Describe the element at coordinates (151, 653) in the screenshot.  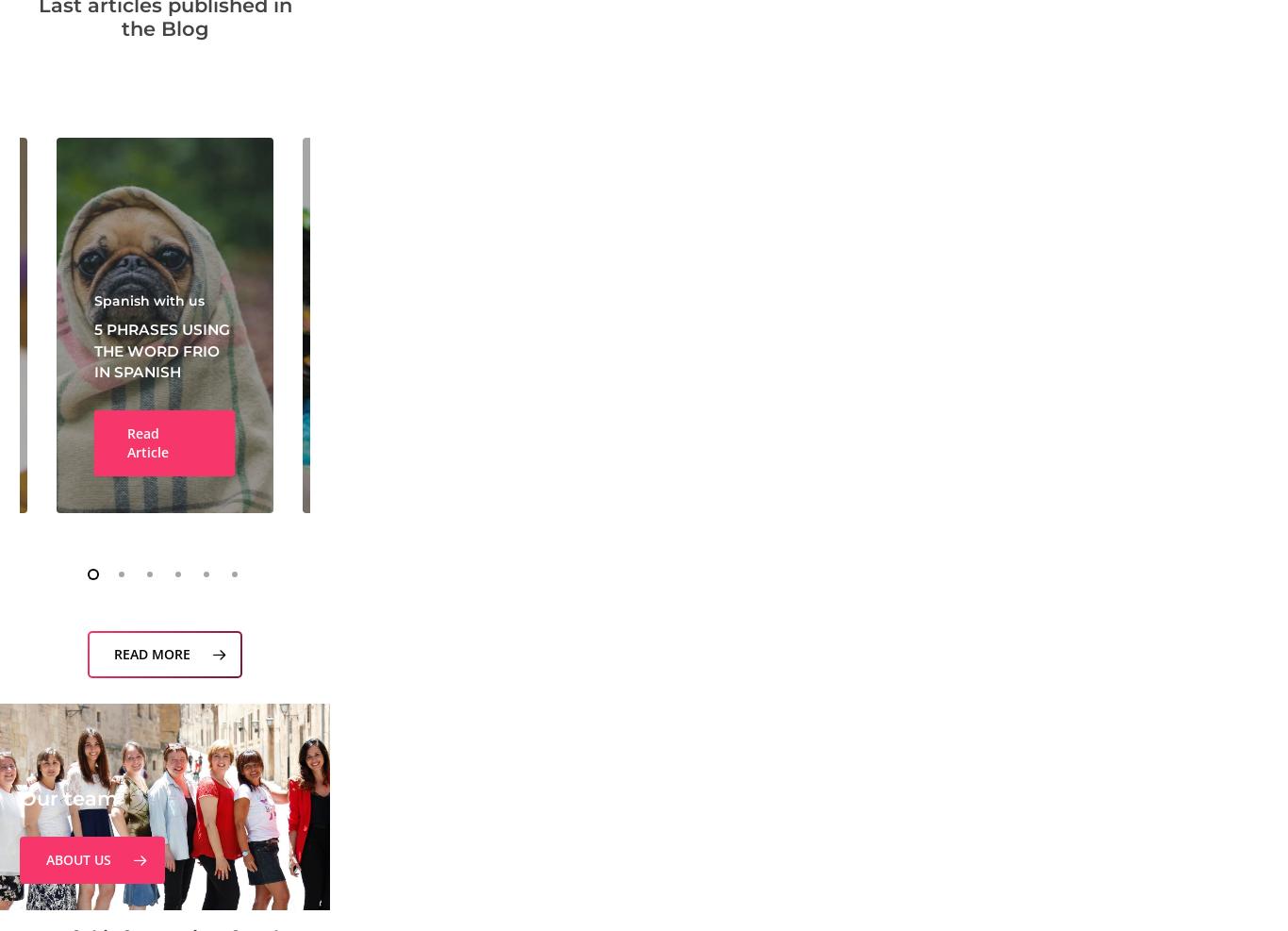
I see `'READ MORE'` at that location.